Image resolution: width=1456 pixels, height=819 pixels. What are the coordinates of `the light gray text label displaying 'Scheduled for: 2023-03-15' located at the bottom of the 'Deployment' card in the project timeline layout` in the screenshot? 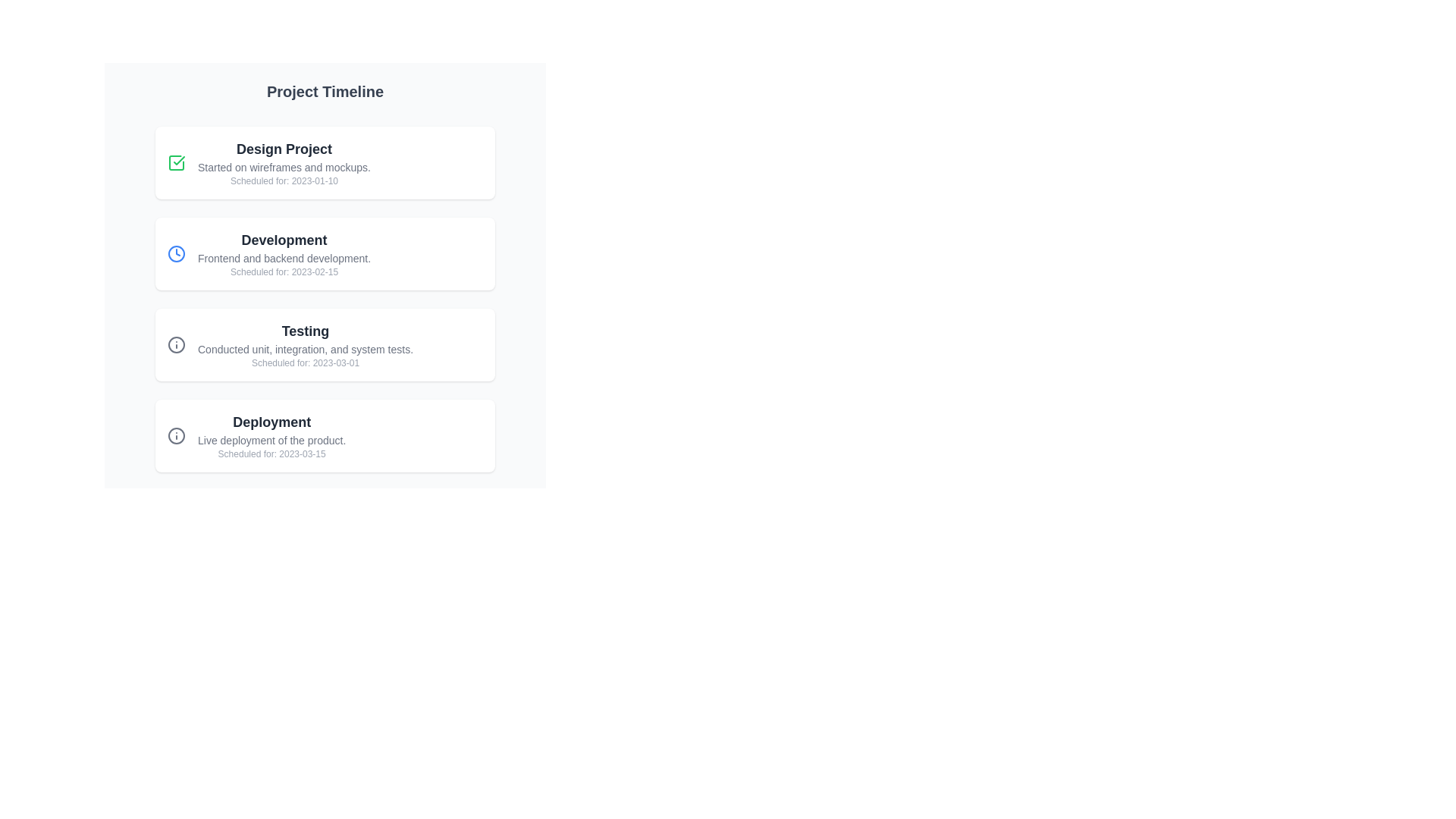 It's located at (271, 453).